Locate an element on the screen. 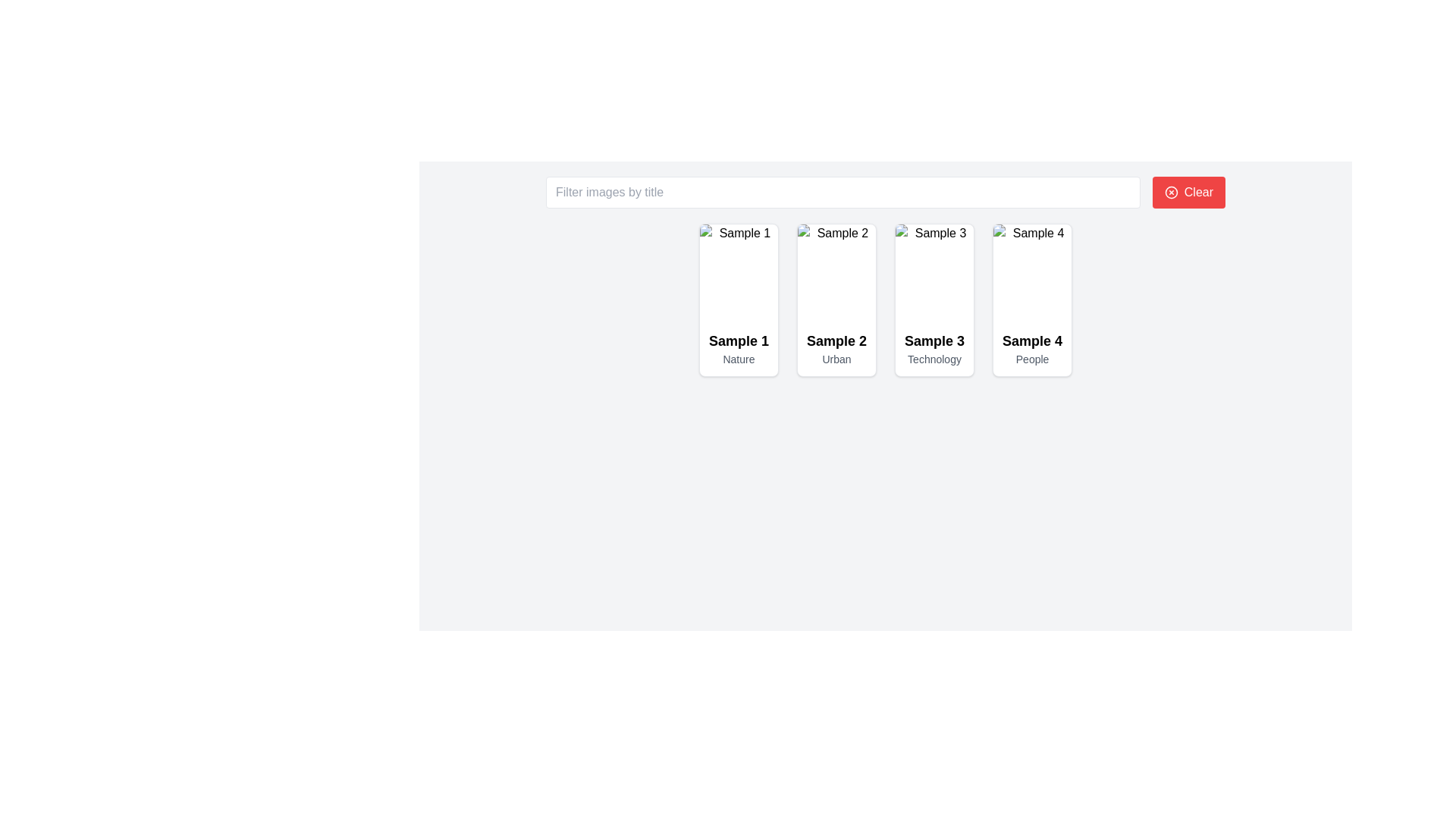  the Text Display element which shows 'Sample 3' in bold and larger font with 'Technology' in smaller grayish text, positioned centrally below an image labeled 'Sample 3' is located at coordinates (934, 348).